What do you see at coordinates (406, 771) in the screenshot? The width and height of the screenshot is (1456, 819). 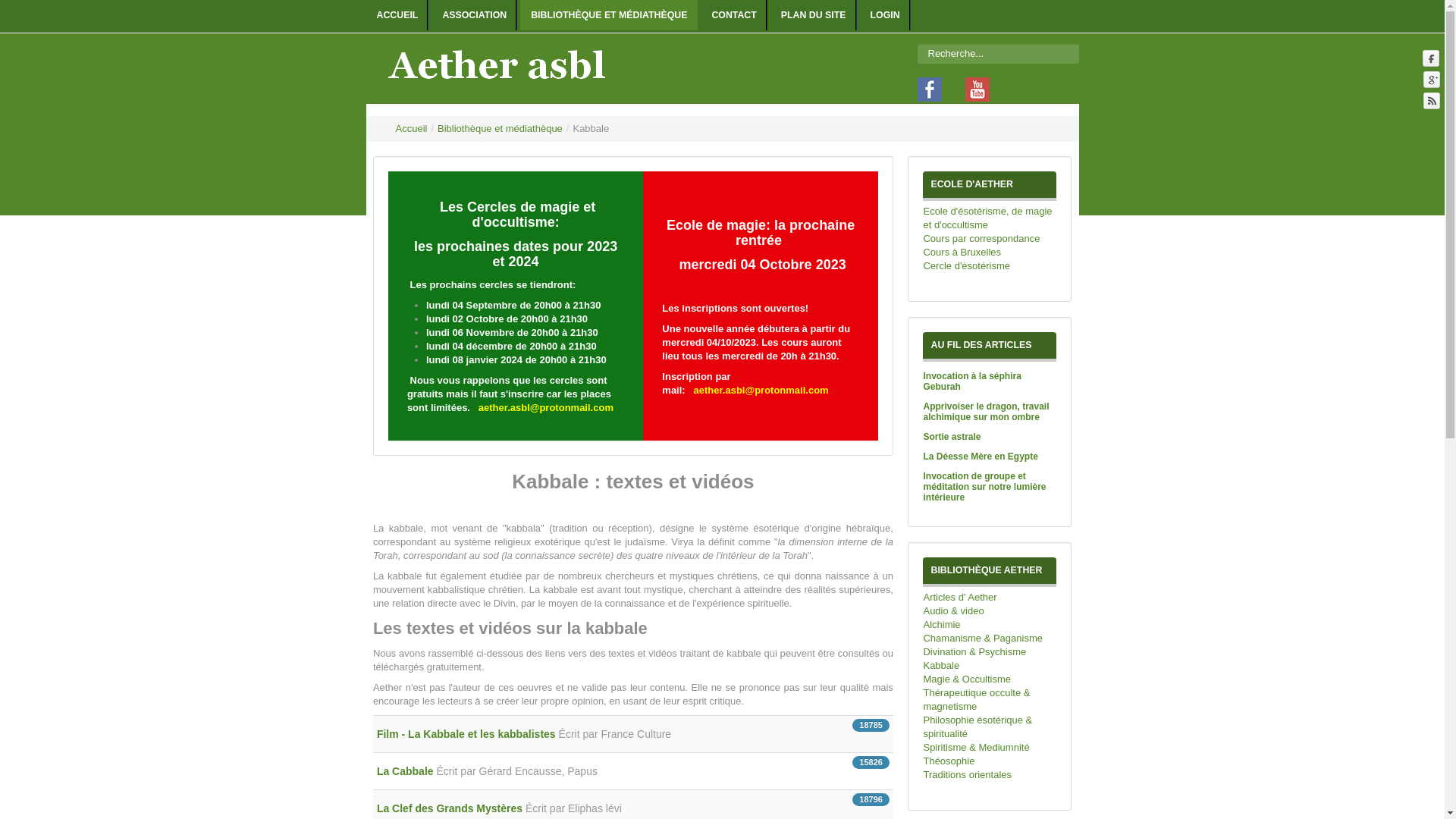 I see `'La Cabbale'` at bounding box center [406, 771].